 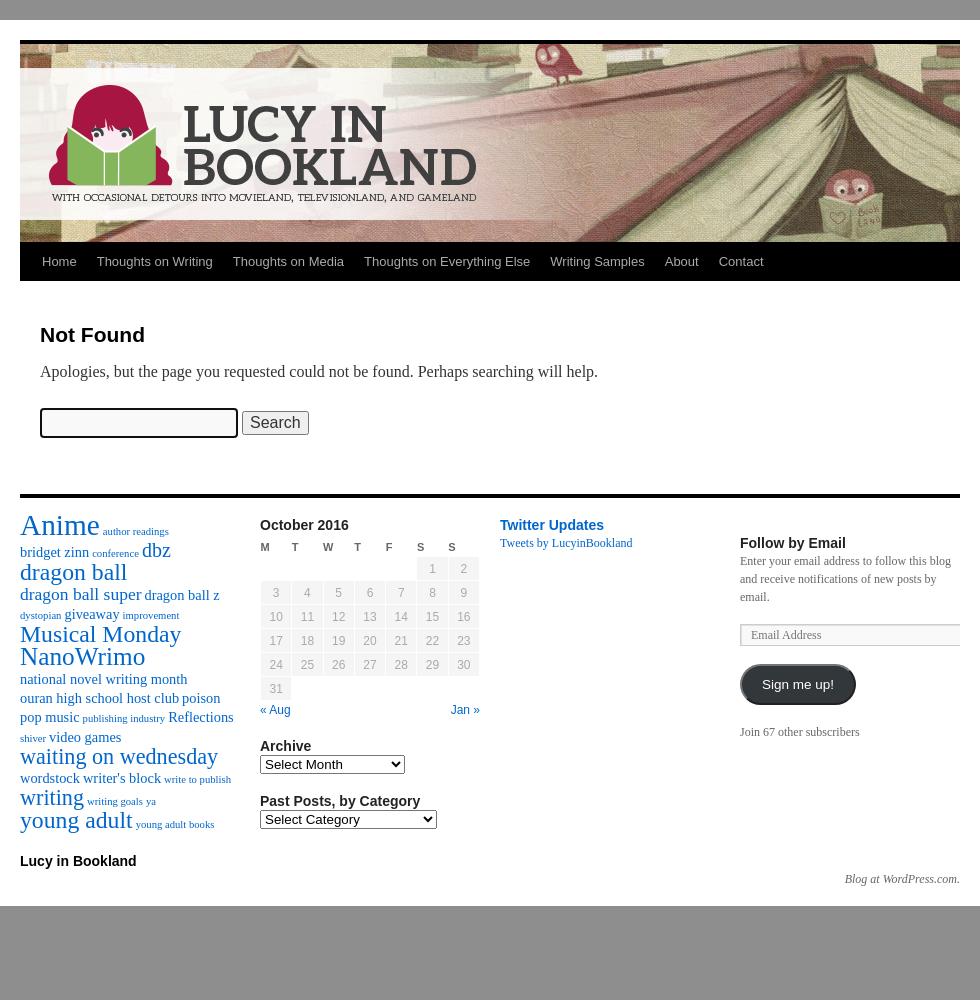 I want to click on 'W', so click(x=323, y=547).